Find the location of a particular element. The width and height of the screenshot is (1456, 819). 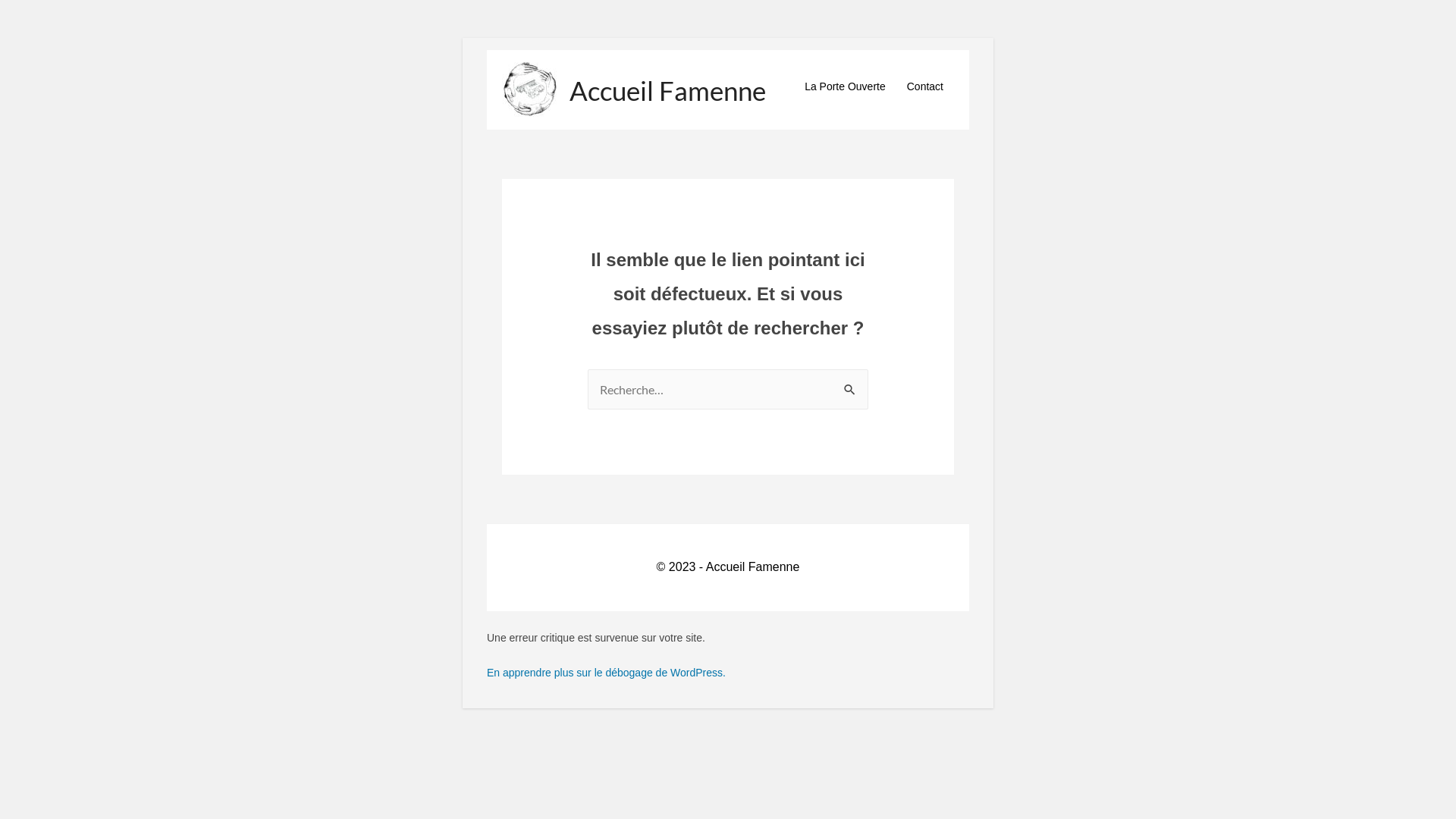

'La Porte Ouverte' is located at coordinates (844, 86).